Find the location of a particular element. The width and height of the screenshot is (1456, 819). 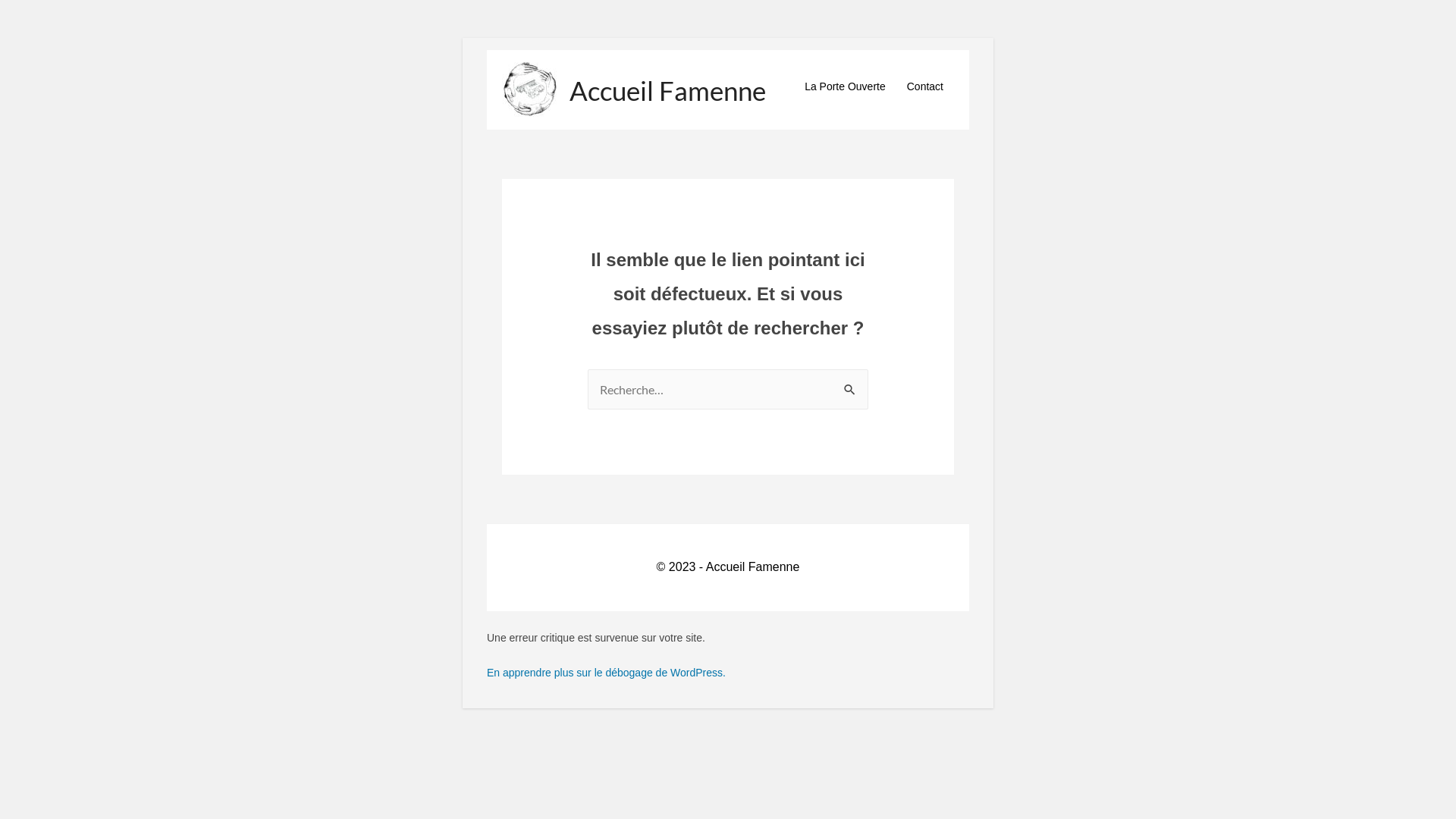

'La Porte Ouverte' is located at coordinates (844, 86).